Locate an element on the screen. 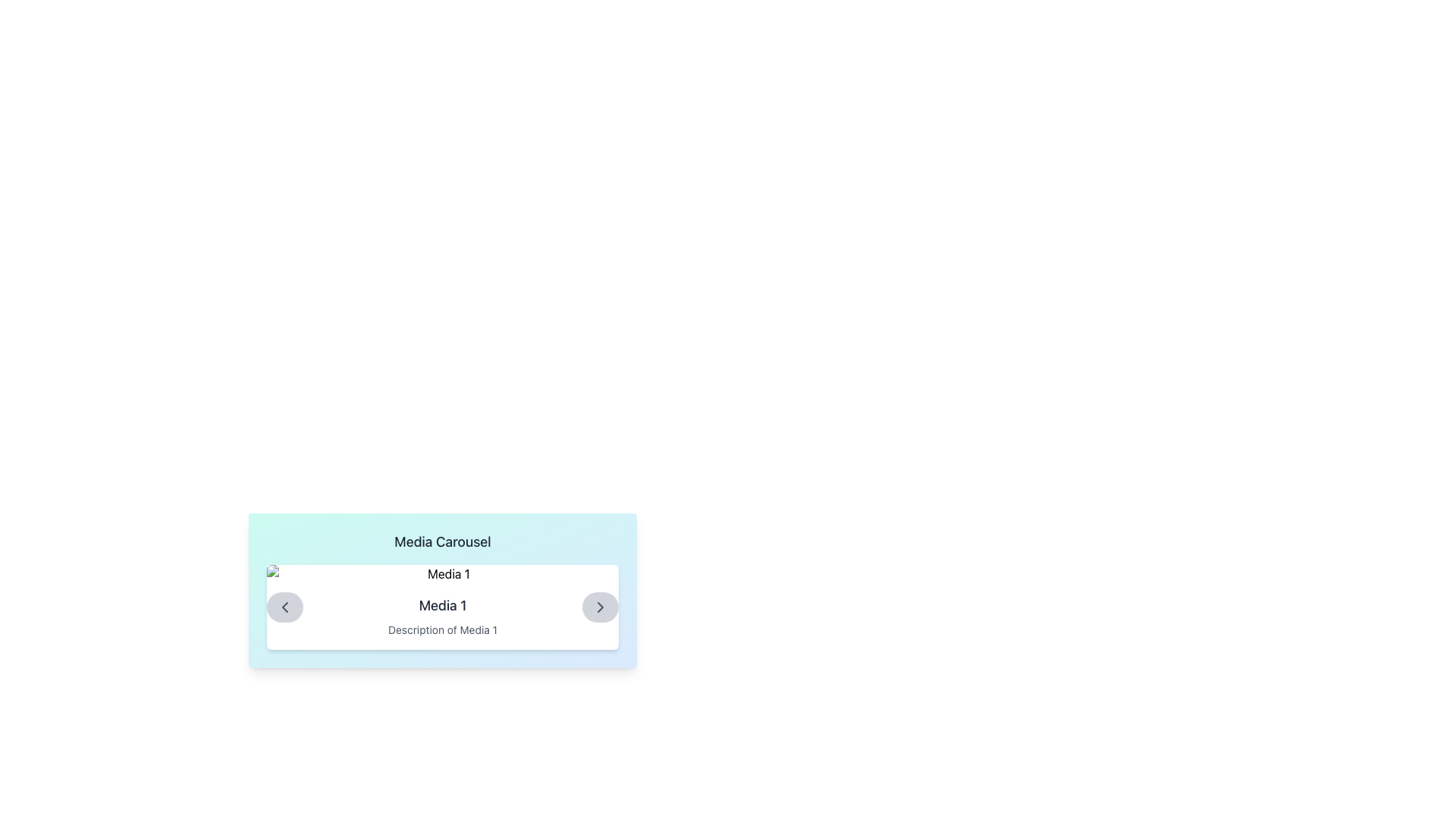 The height and width of the screenshot is (819, 1456). the button located at the far left end of the media carousel, adjacent to the media title 'Media 1' is located at coordinates (284, 607).